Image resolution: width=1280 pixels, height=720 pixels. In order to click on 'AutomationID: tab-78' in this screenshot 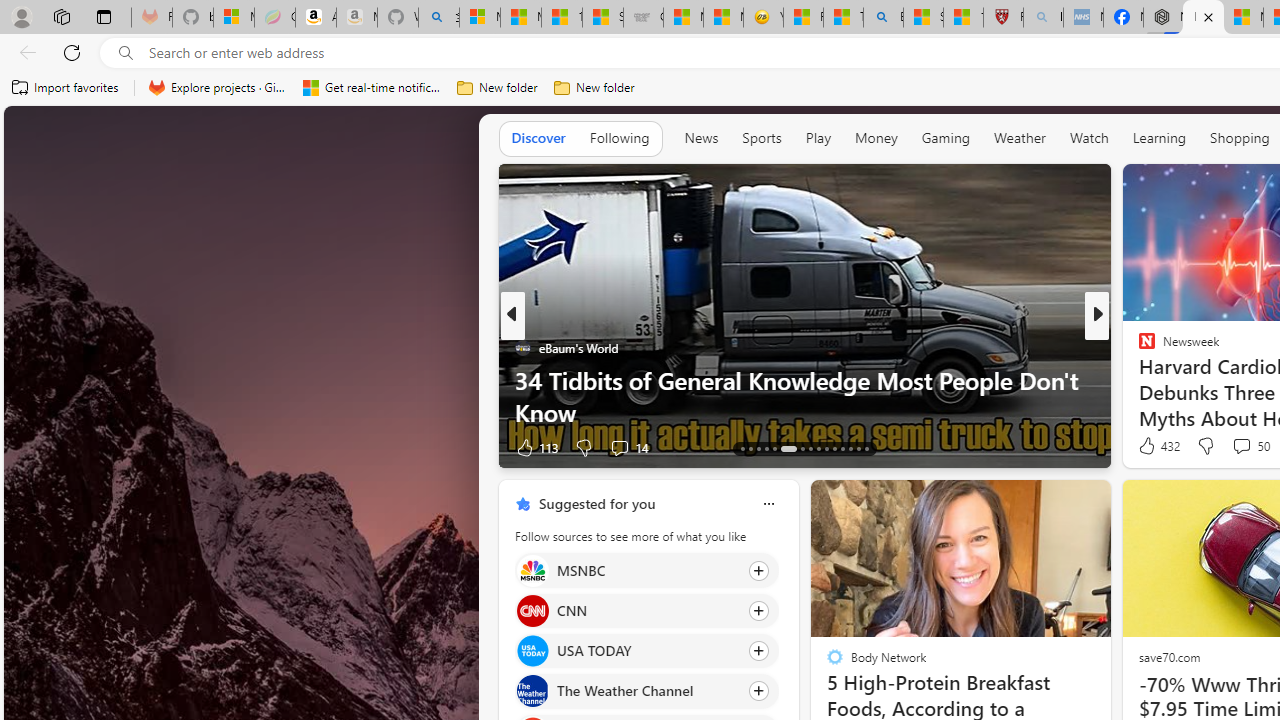, I will do `click(850, 447)`.